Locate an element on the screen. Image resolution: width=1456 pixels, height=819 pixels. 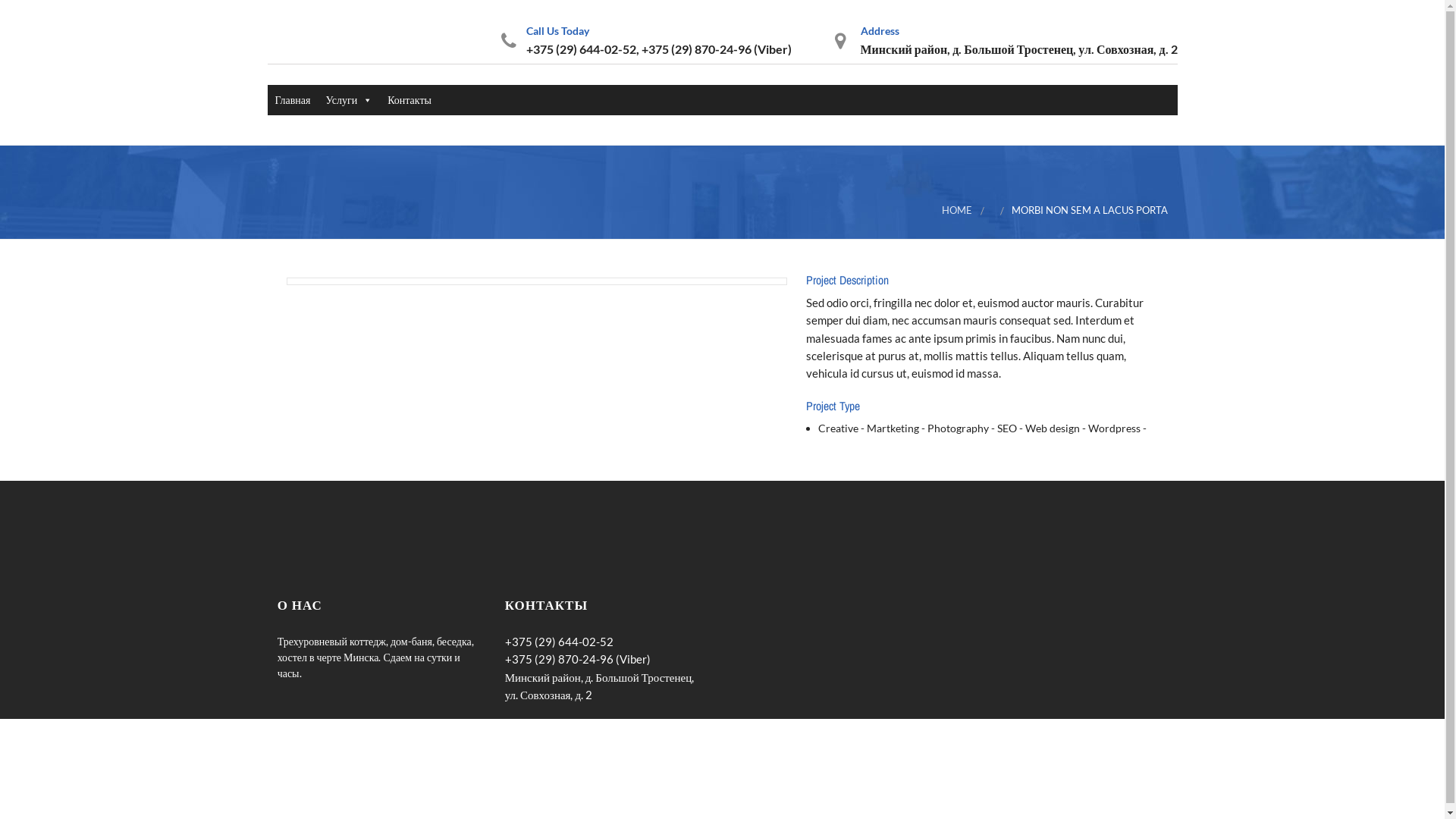
'HOME' is located at coordinates (956, 210).